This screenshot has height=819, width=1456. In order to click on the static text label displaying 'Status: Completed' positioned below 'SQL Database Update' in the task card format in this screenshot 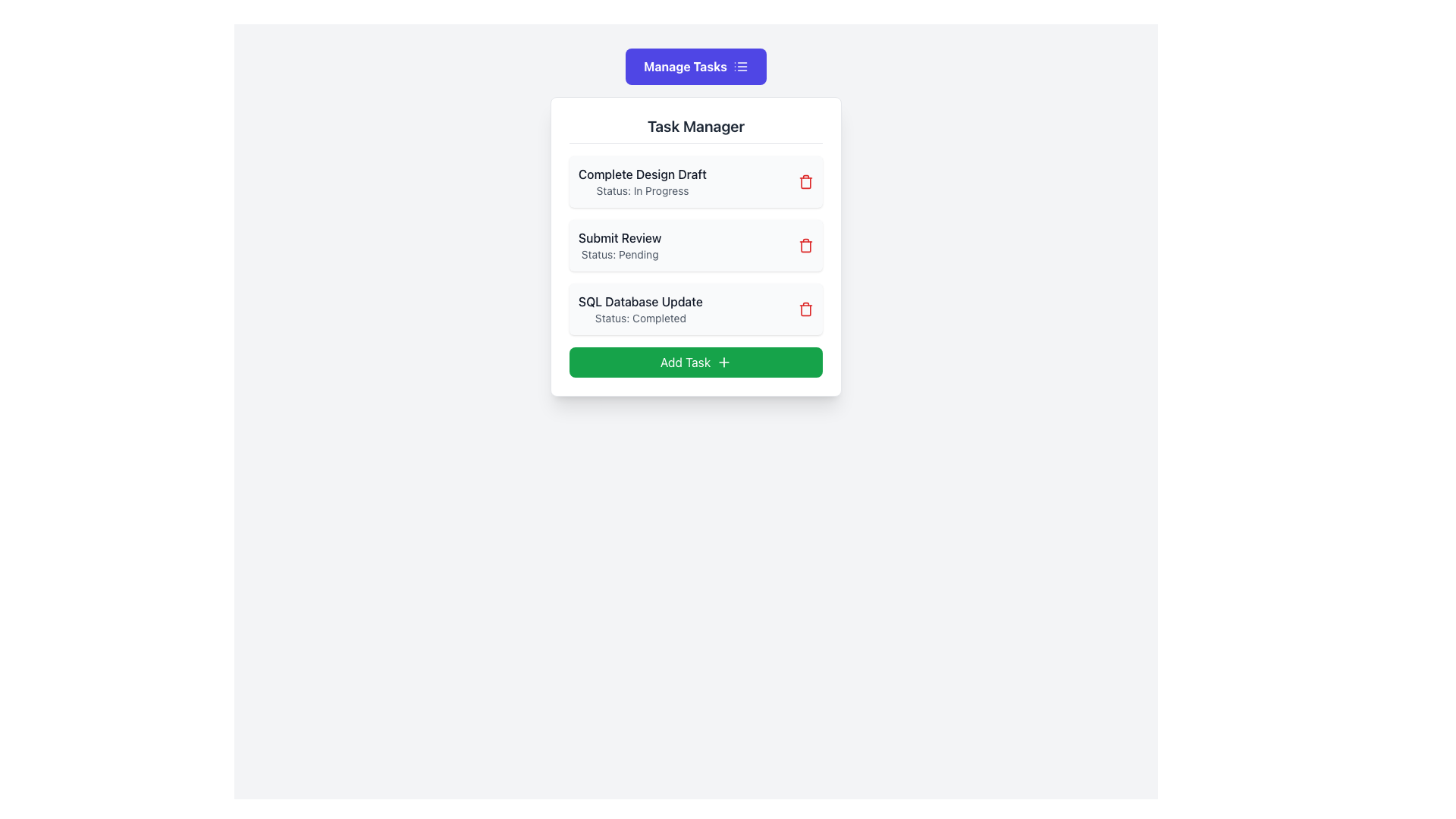, I will do `click(640, 318)`.